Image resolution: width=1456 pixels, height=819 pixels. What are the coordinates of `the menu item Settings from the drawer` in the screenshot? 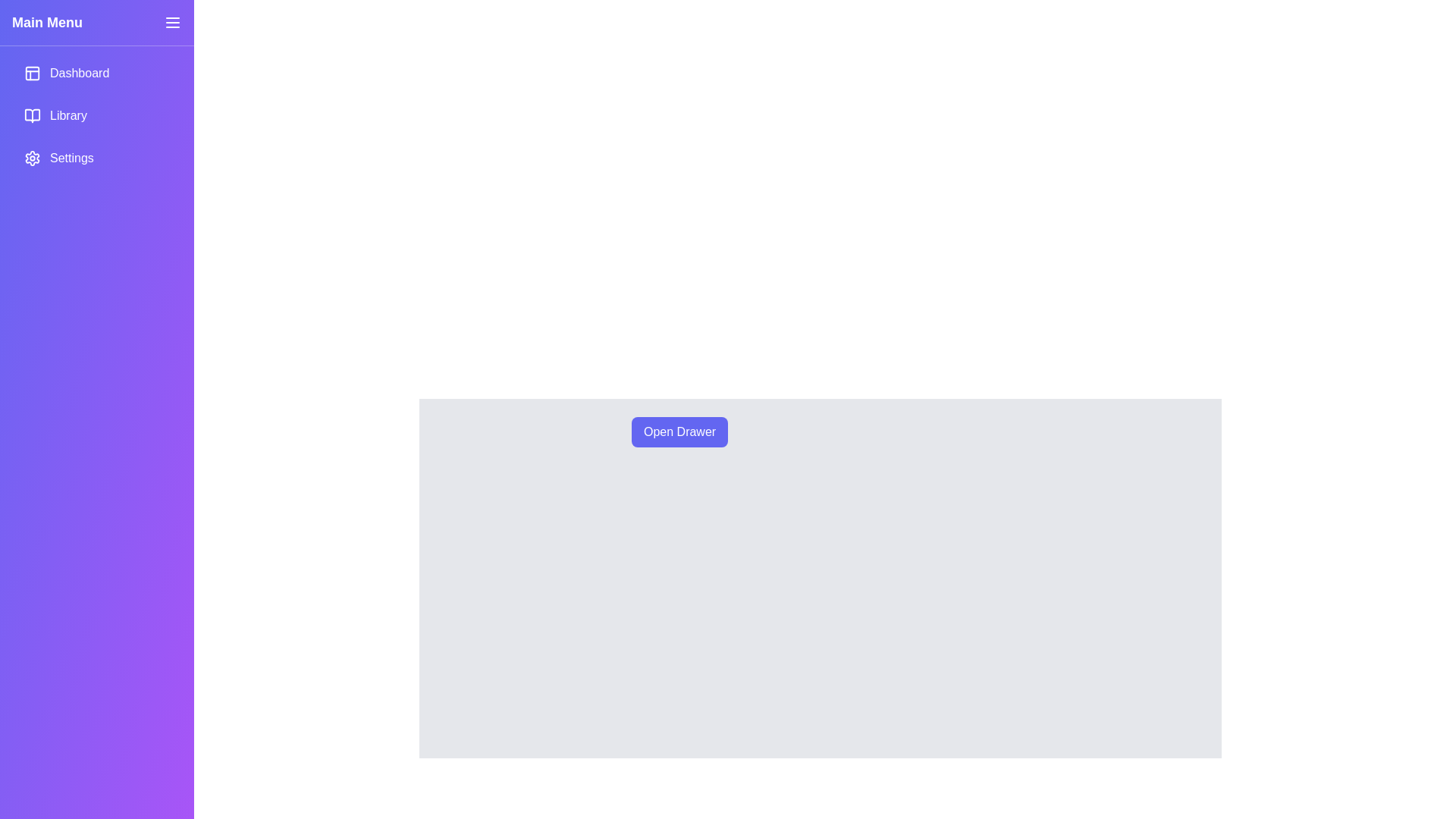 It's located at (96, 158).